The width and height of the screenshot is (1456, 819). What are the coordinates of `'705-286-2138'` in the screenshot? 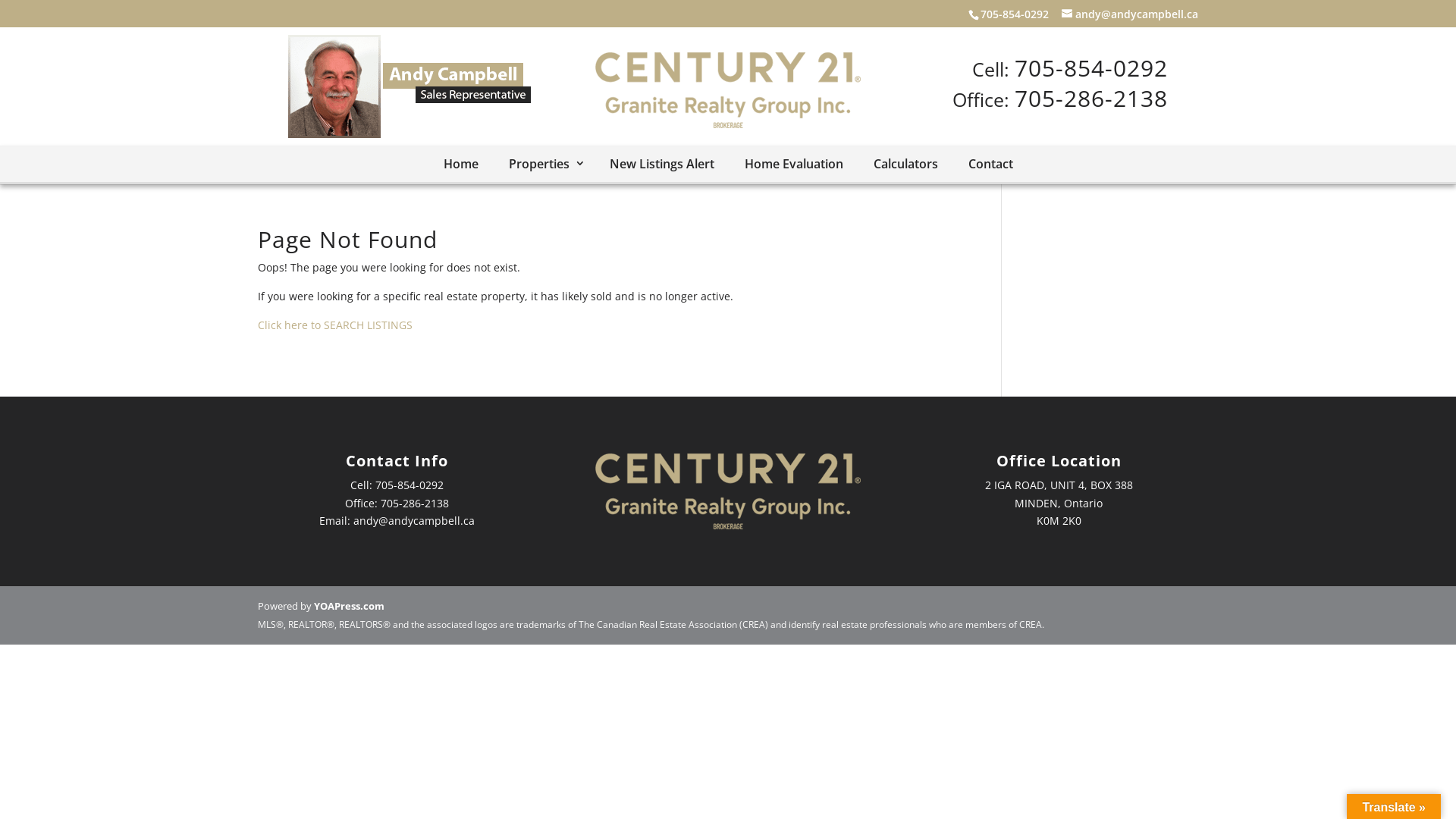 It's located at (1090, 97).